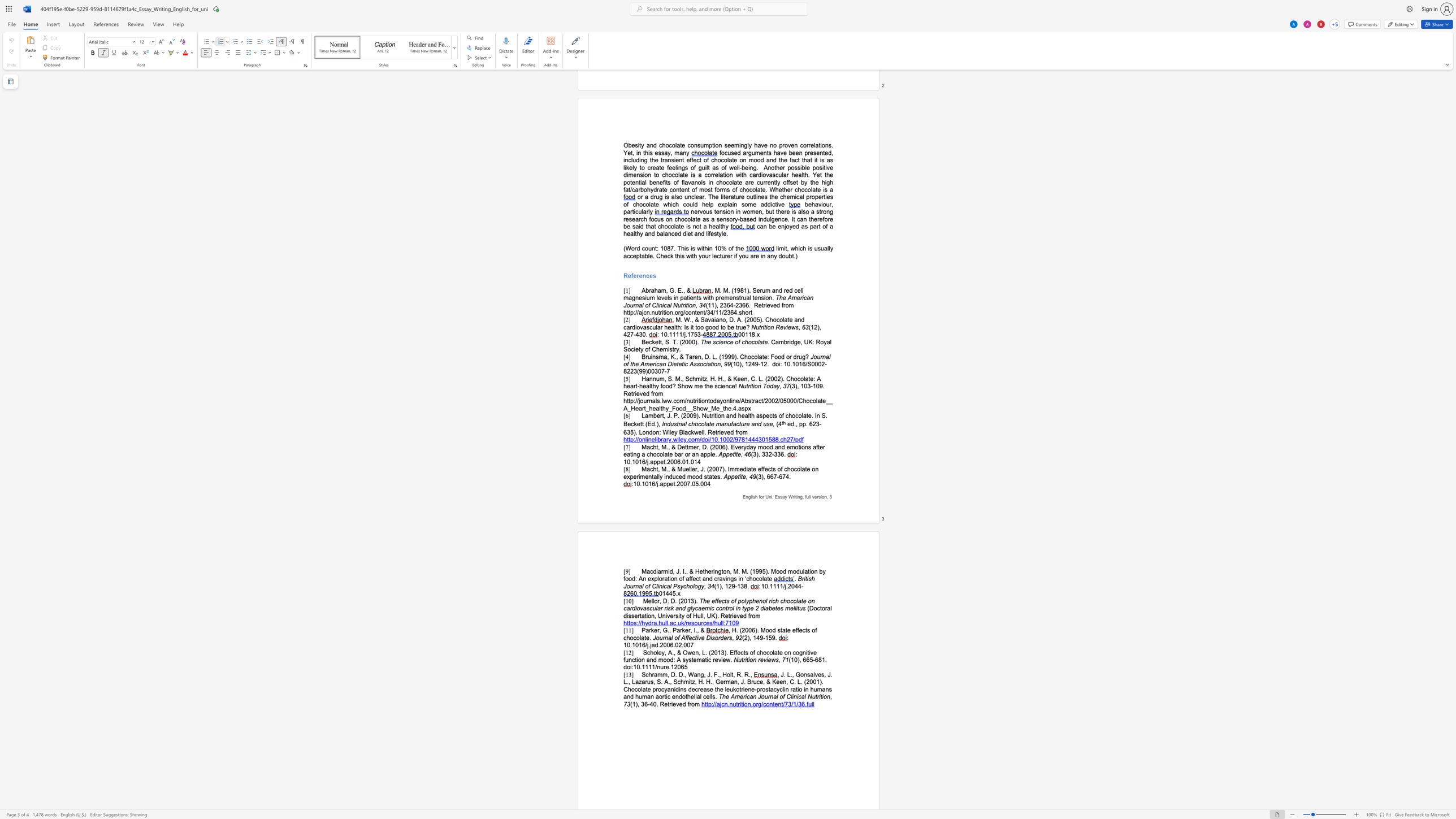 Image resolution: width=1456 pixels, height=819 pixels. I want to click on the space between the continuous character ")" and "," in the text, so click(759, 454).